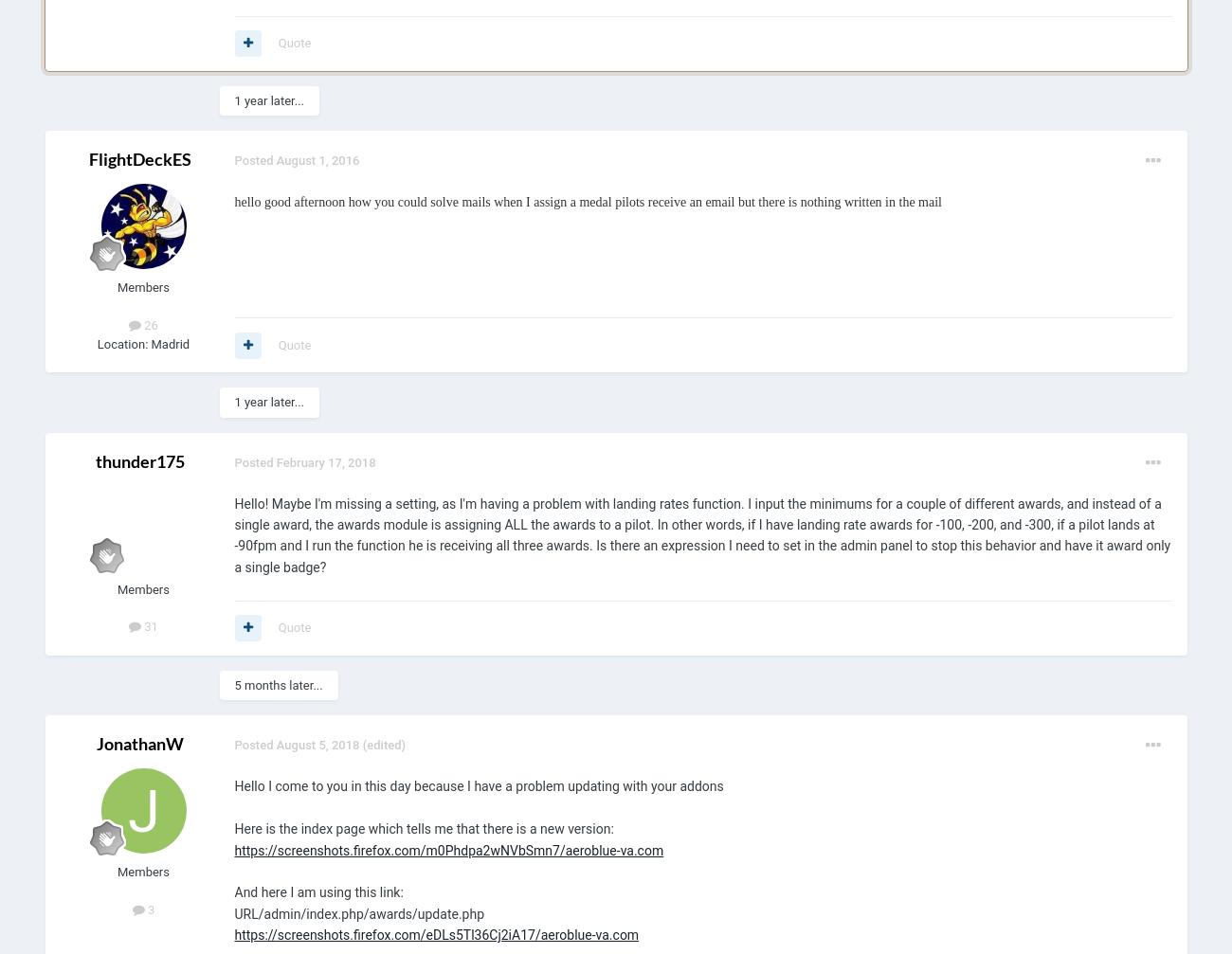  I want to click on 'thunder175', so click(94, 459).